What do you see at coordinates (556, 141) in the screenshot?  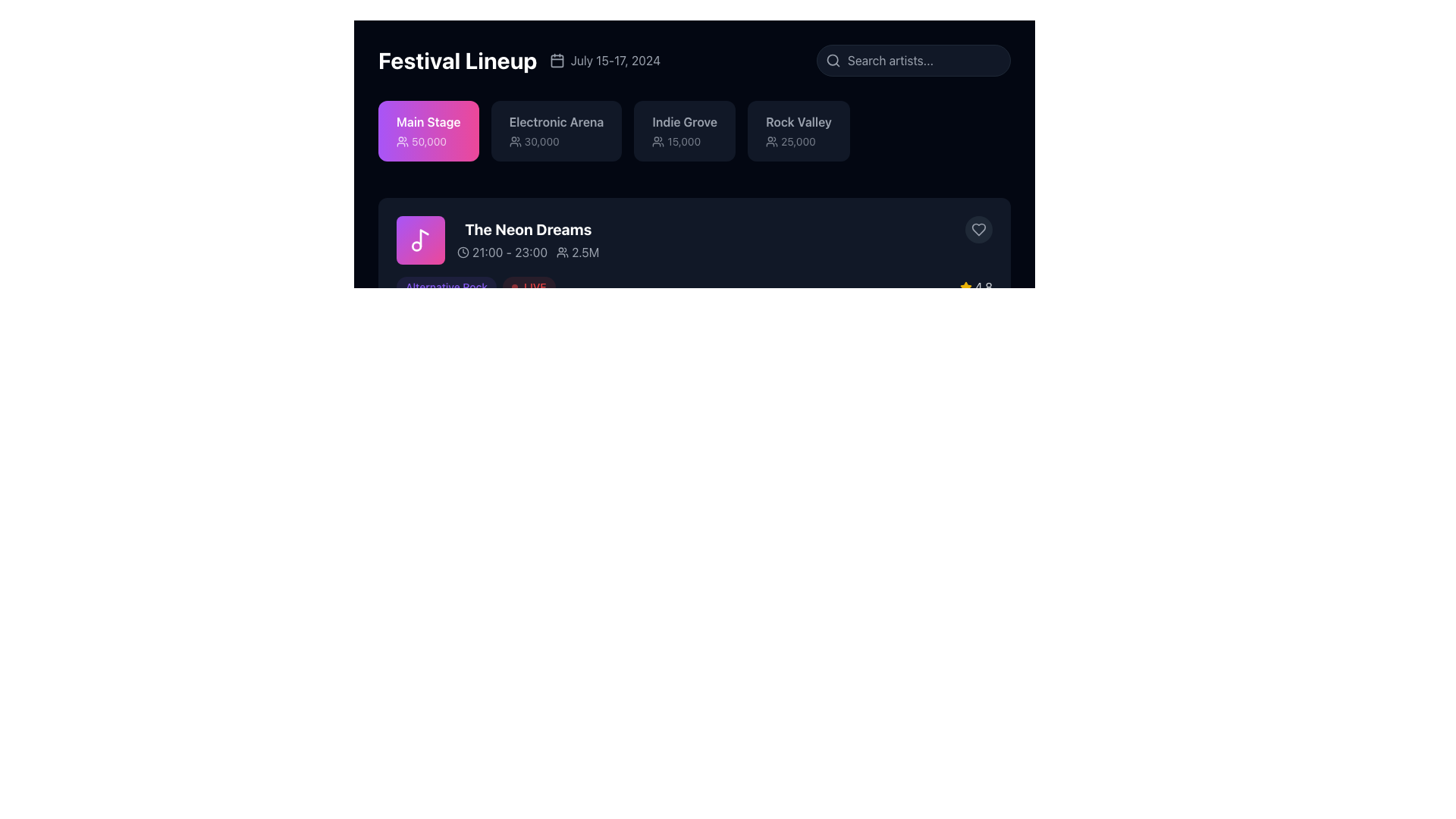 I see `the Text Label with Icon displaying '30,000', located under the 'Electronic Arena' label in the horizontally-aligned list` at bounding box center [556, 141].